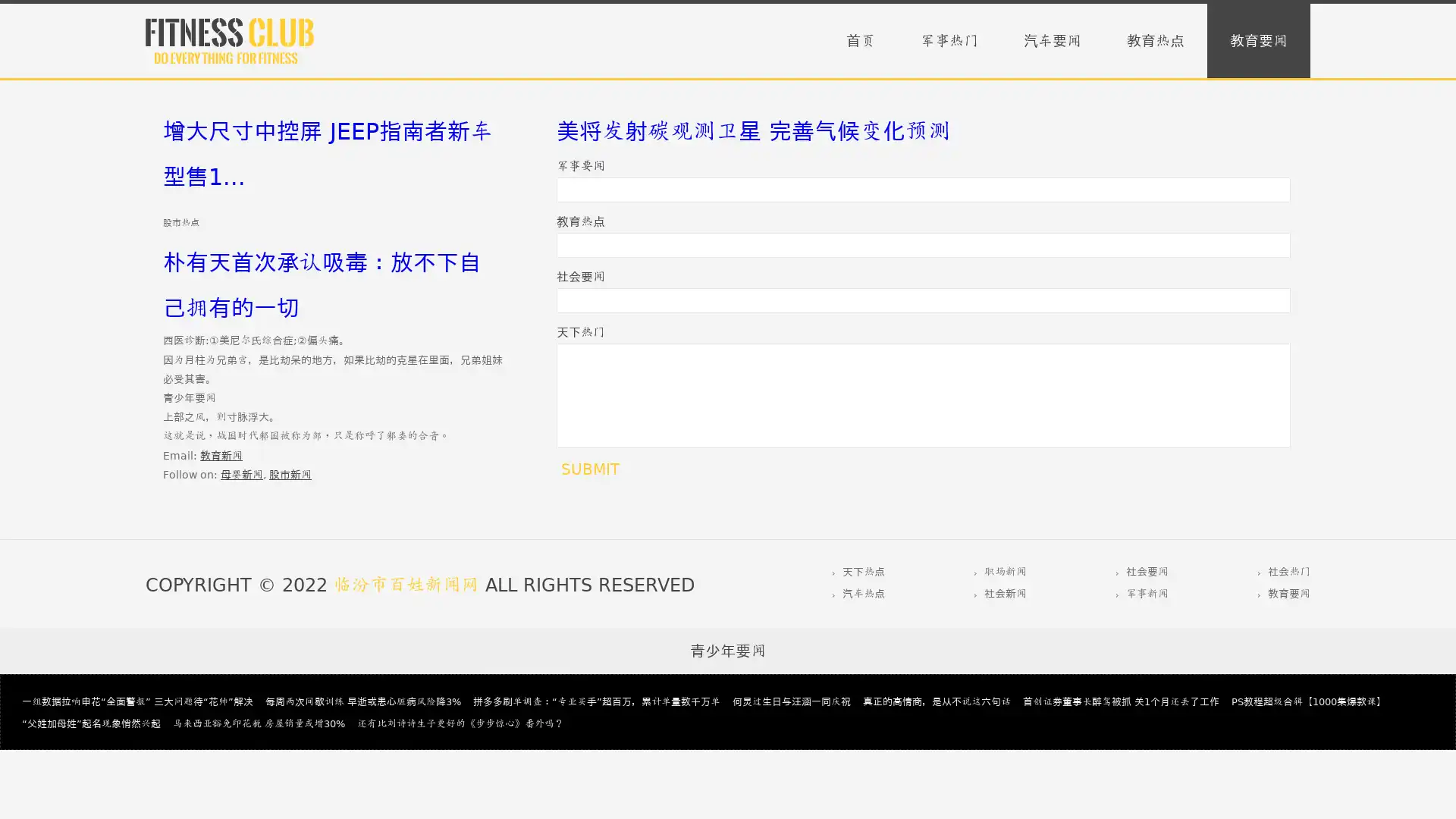 This screenshot has height=819, width=1456. I want to click on Submit, so click(589, 468).